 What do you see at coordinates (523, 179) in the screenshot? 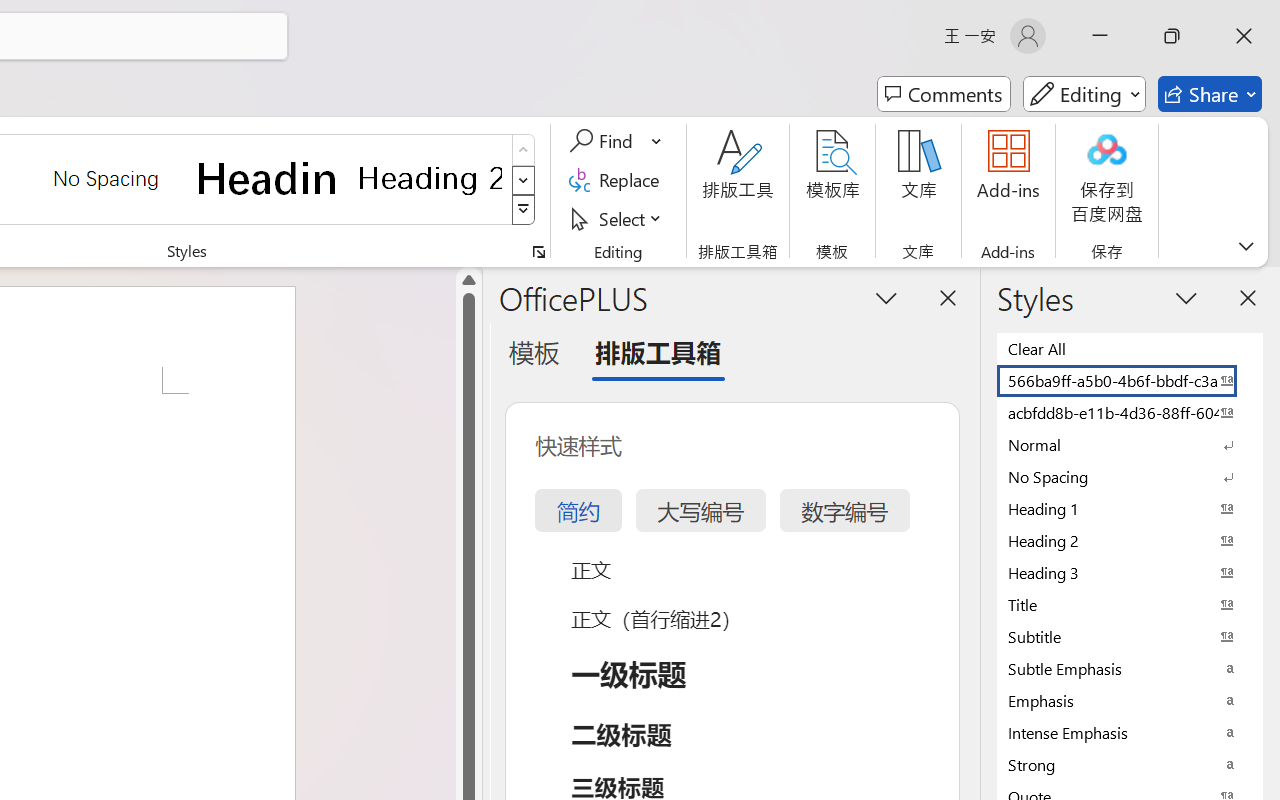
I see `'Row Down'` at bounding box center [523, 179].